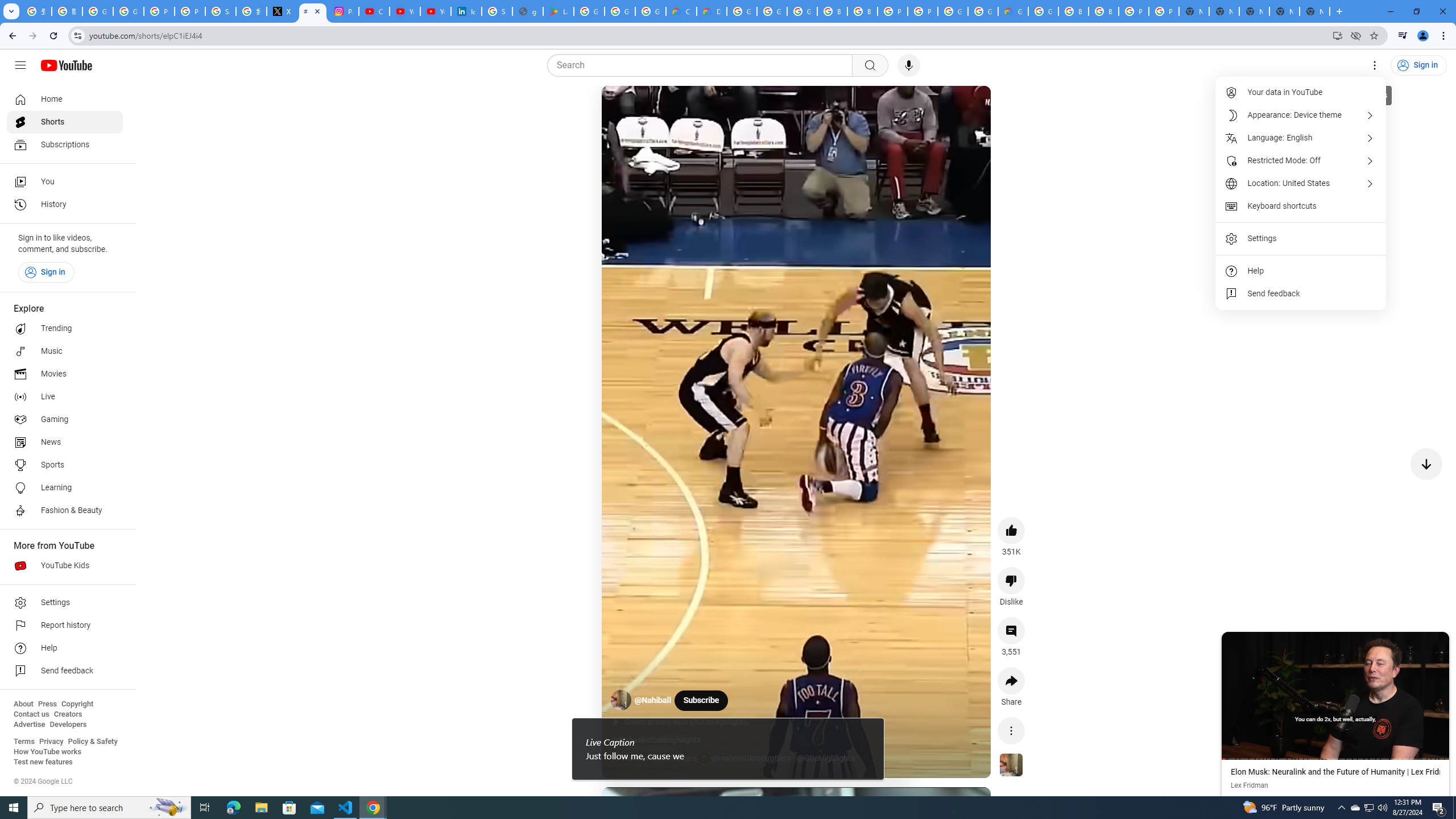 The image size is (1456, 819). I want to click on 'New Tab', so click(1314, 11).